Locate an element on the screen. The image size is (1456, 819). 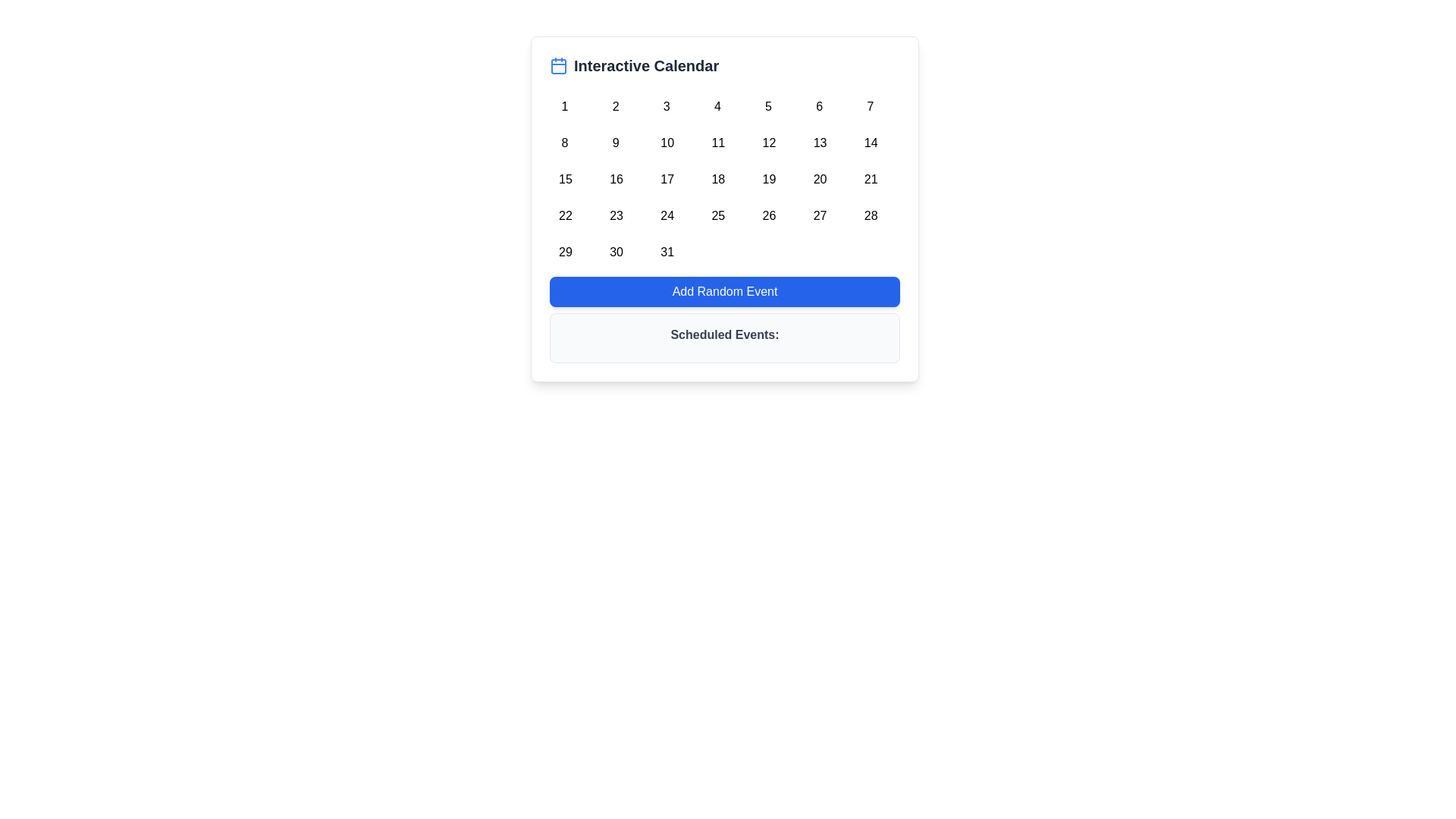
the calendar date button displaying '10' is located at coordinates (667, 140).